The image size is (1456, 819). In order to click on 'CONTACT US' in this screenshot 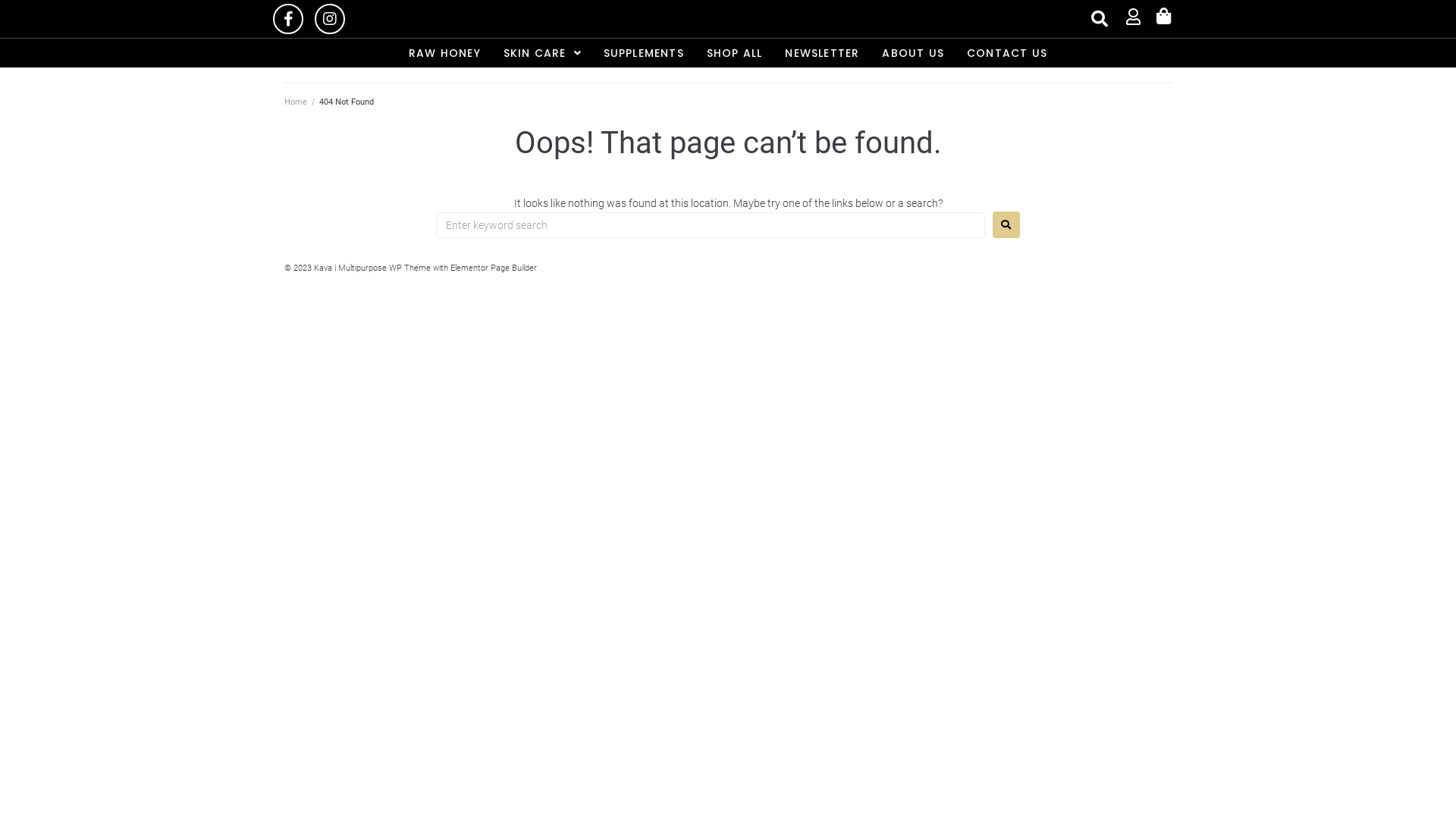, I will do `click(1007, 52)`.